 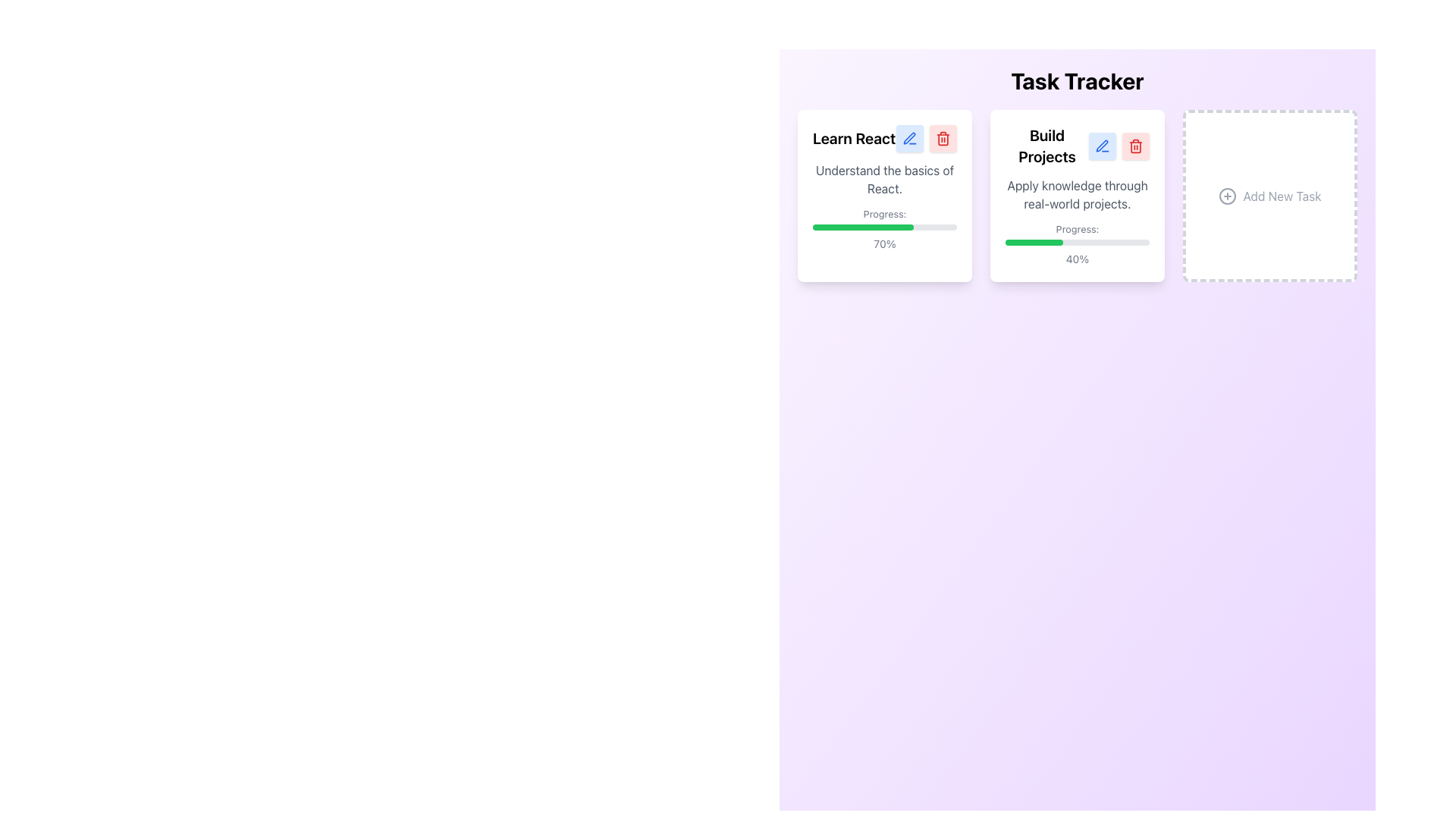 What do you see at coordinates (1076, 259) in the screenshot?
I see `text label displaying '40%' that indicates the progress percentage for the task located below the progress bar in the 'Build Projects' card` at bounding box center [1076, 259].